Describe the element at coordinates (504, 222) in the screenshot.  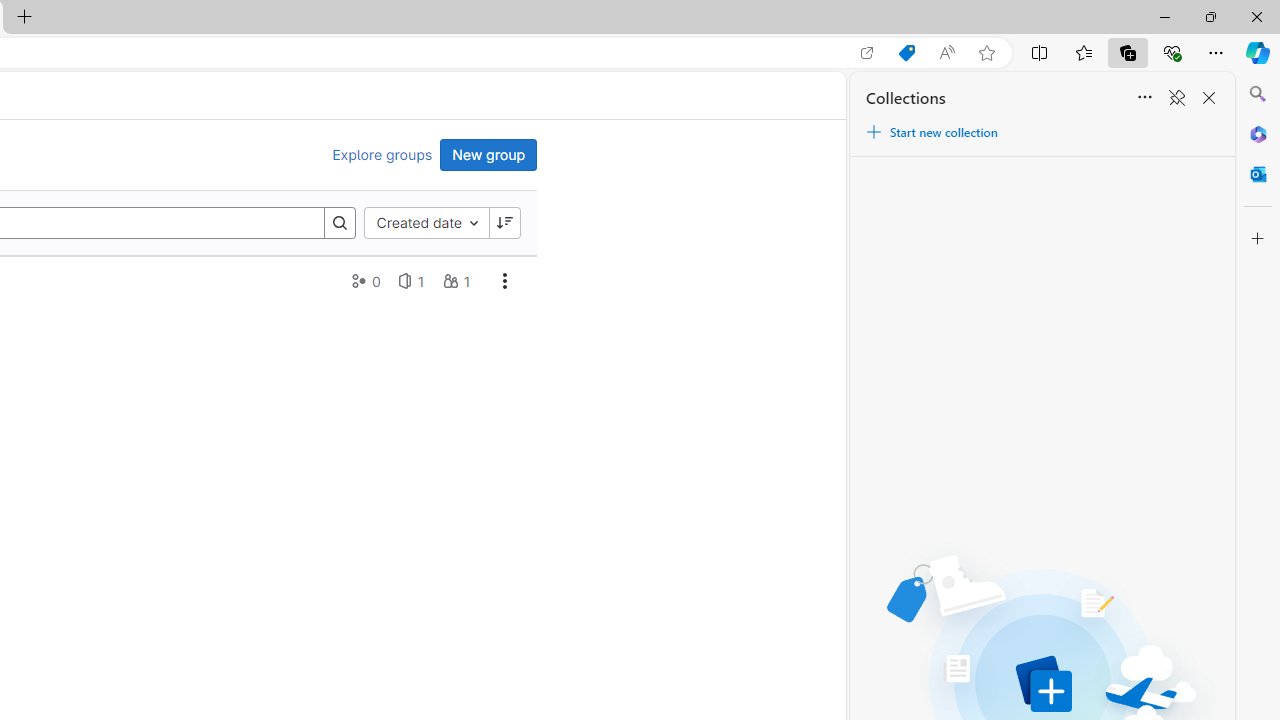
I see `'Sort direction: Descending'` at that location.